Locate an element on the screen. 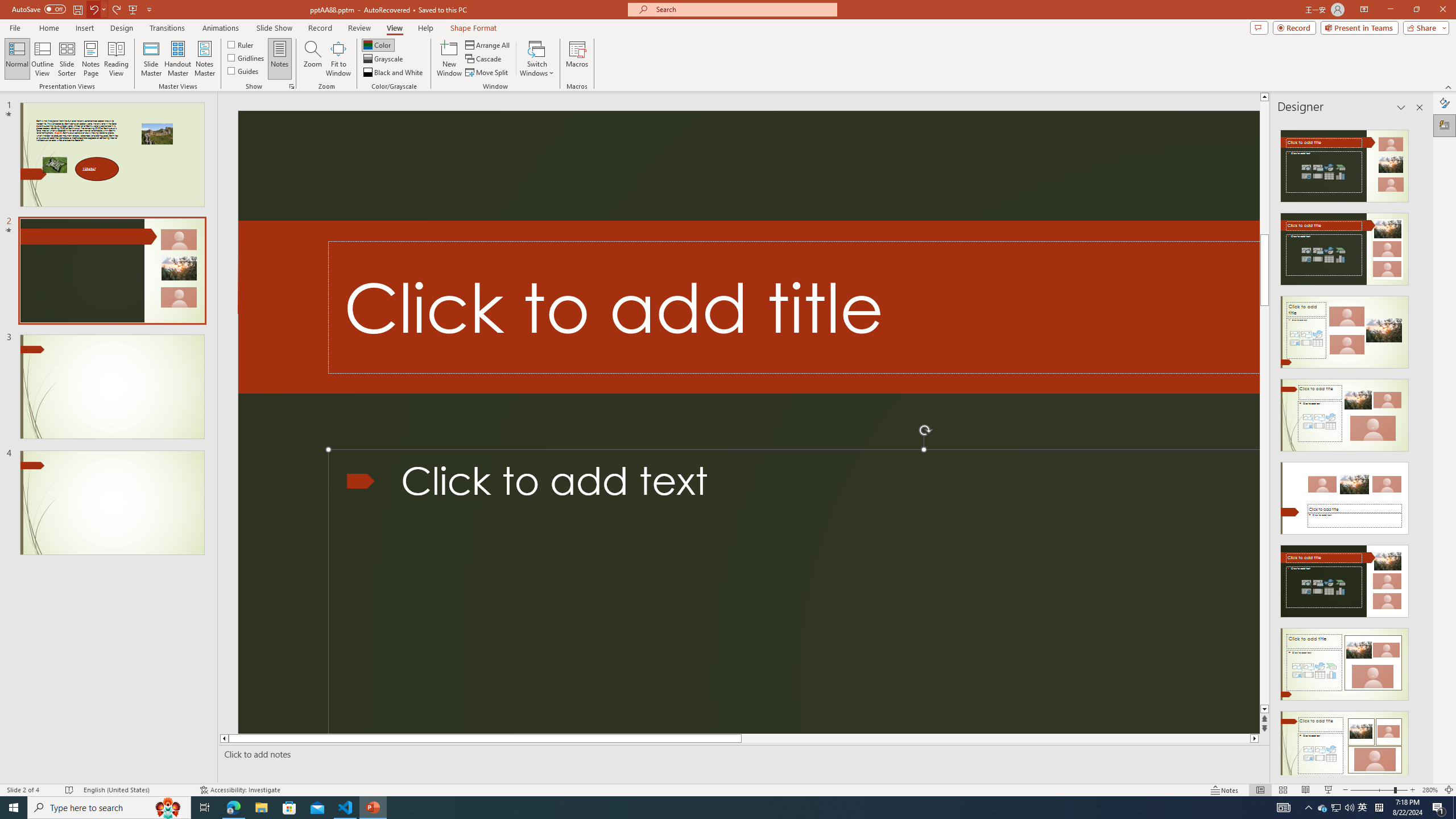 This screenshot has width=1456, height=819. 'Cascade' is located at coordinates (484, 59).